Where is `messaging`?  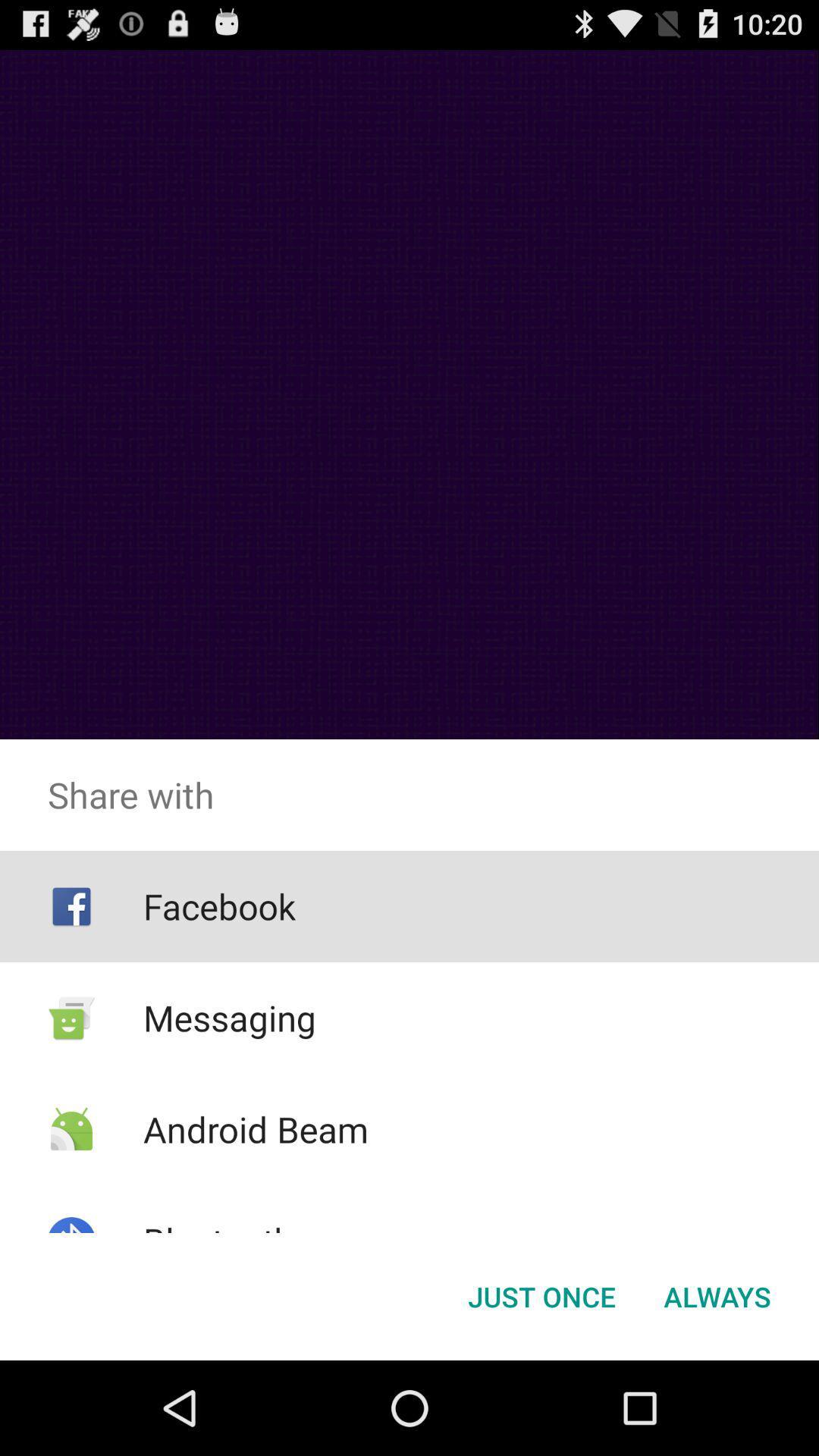
messaging is located at coordinates (230, 1018).